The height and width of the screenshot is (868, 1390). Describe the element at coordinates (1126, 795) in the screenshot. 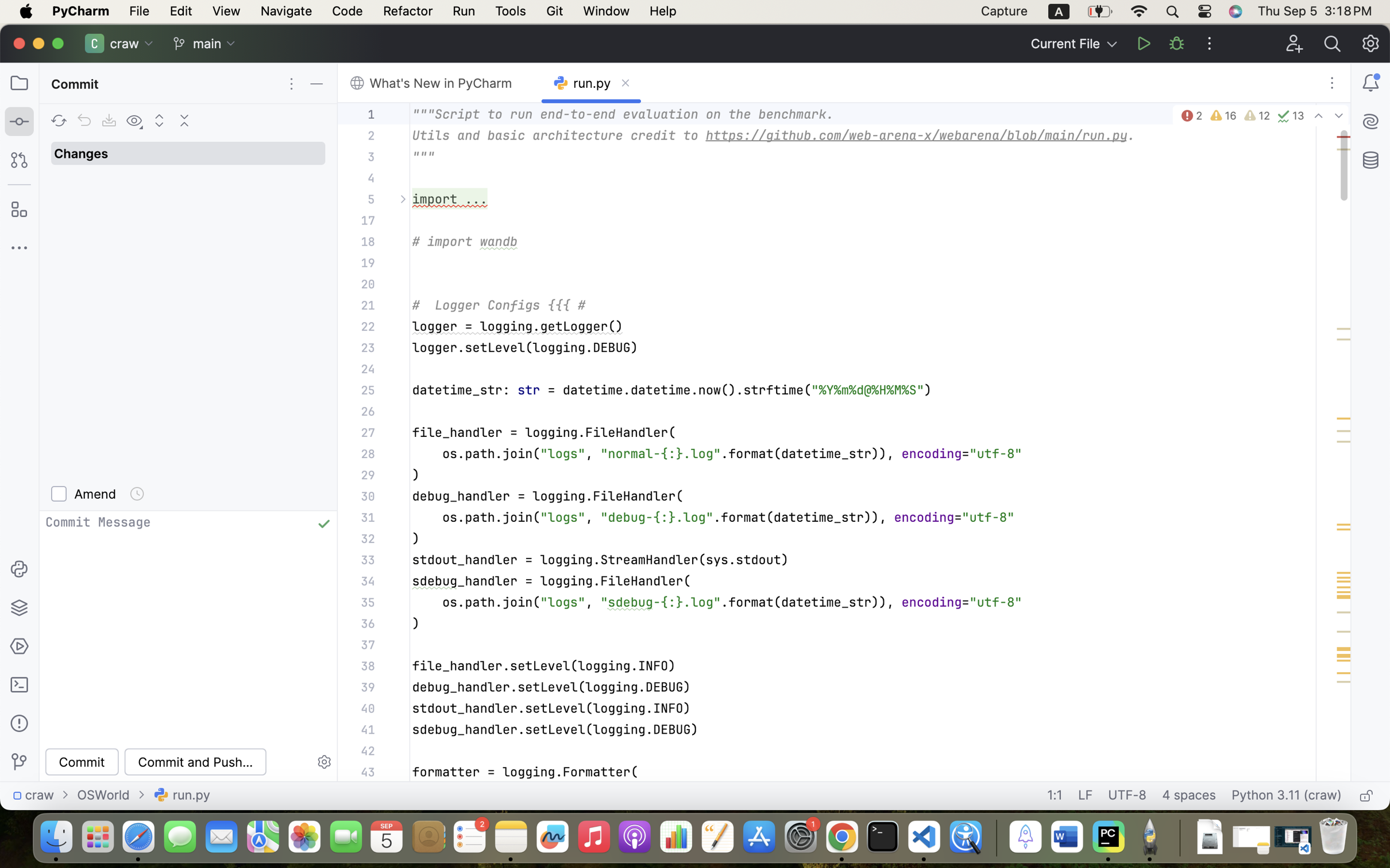

I see `'UTF-8'` at that location.